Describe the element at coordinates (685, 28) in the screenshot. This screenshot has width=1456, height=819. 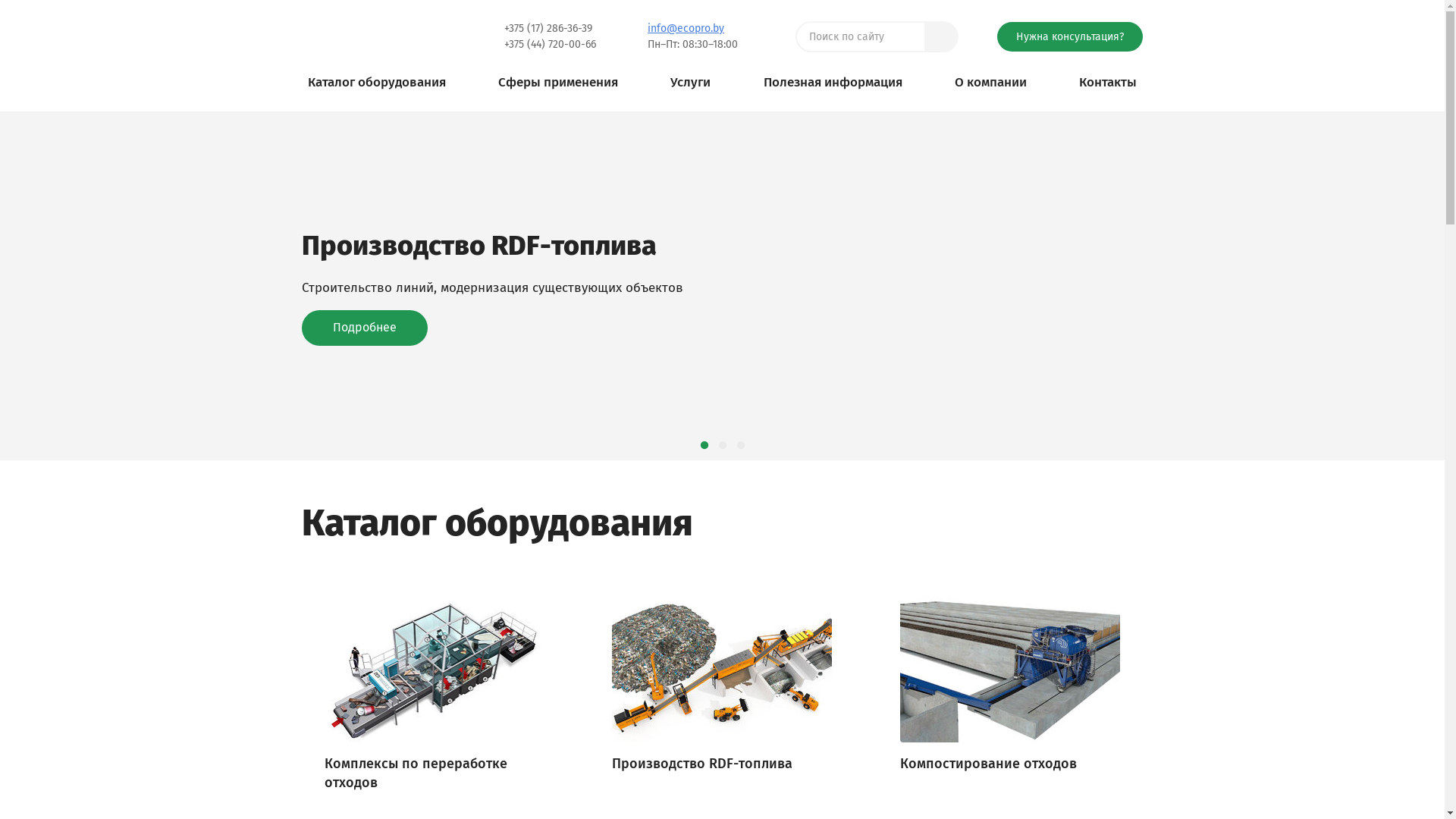
I see `'info@ecopro.by'` at that location.